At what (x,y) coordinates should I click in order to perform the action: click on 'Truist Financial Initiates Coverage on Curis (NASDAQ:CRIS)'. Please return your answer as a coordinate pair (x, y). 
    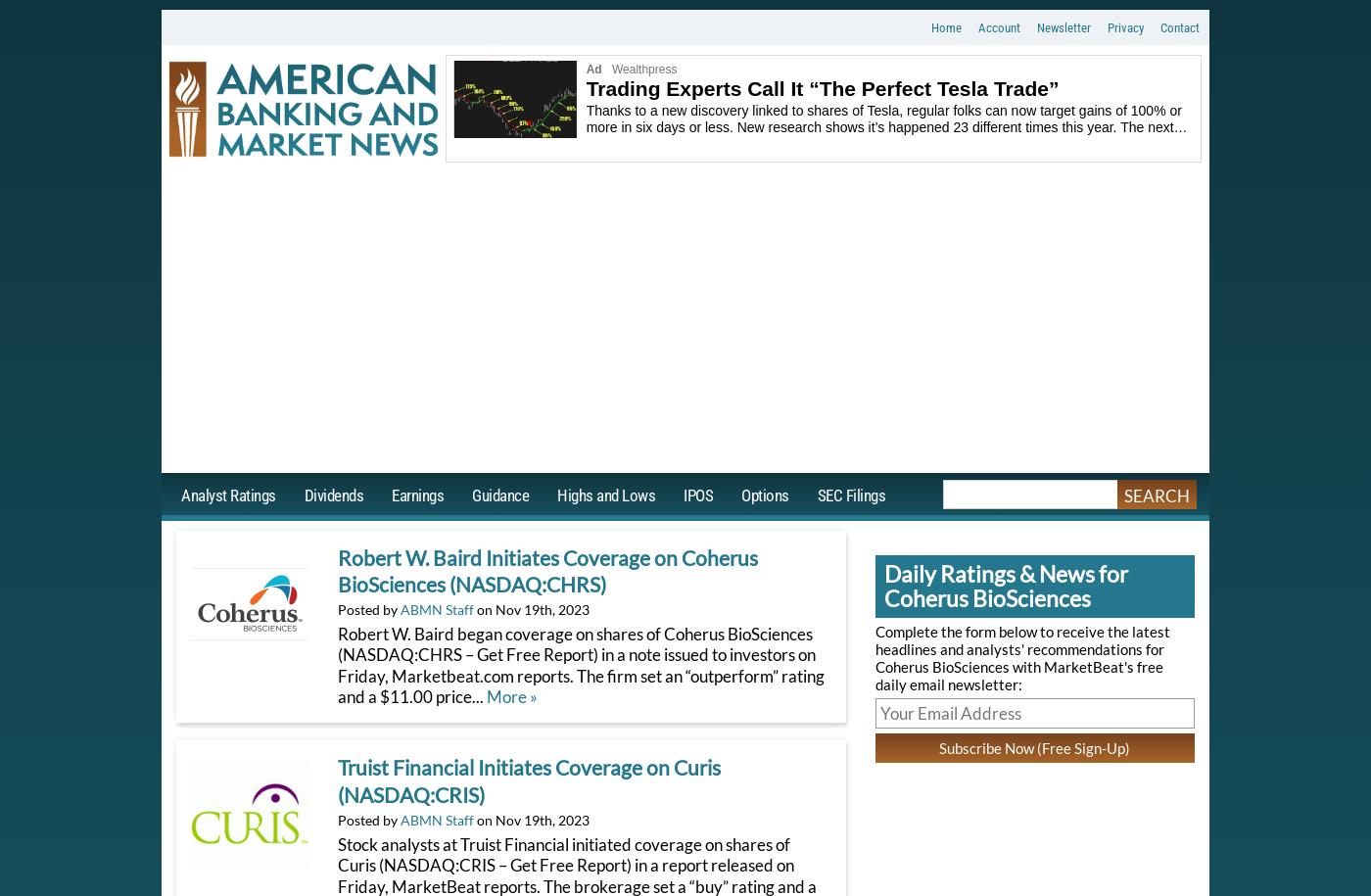
    Looking at the image, I should click on (529, 779).